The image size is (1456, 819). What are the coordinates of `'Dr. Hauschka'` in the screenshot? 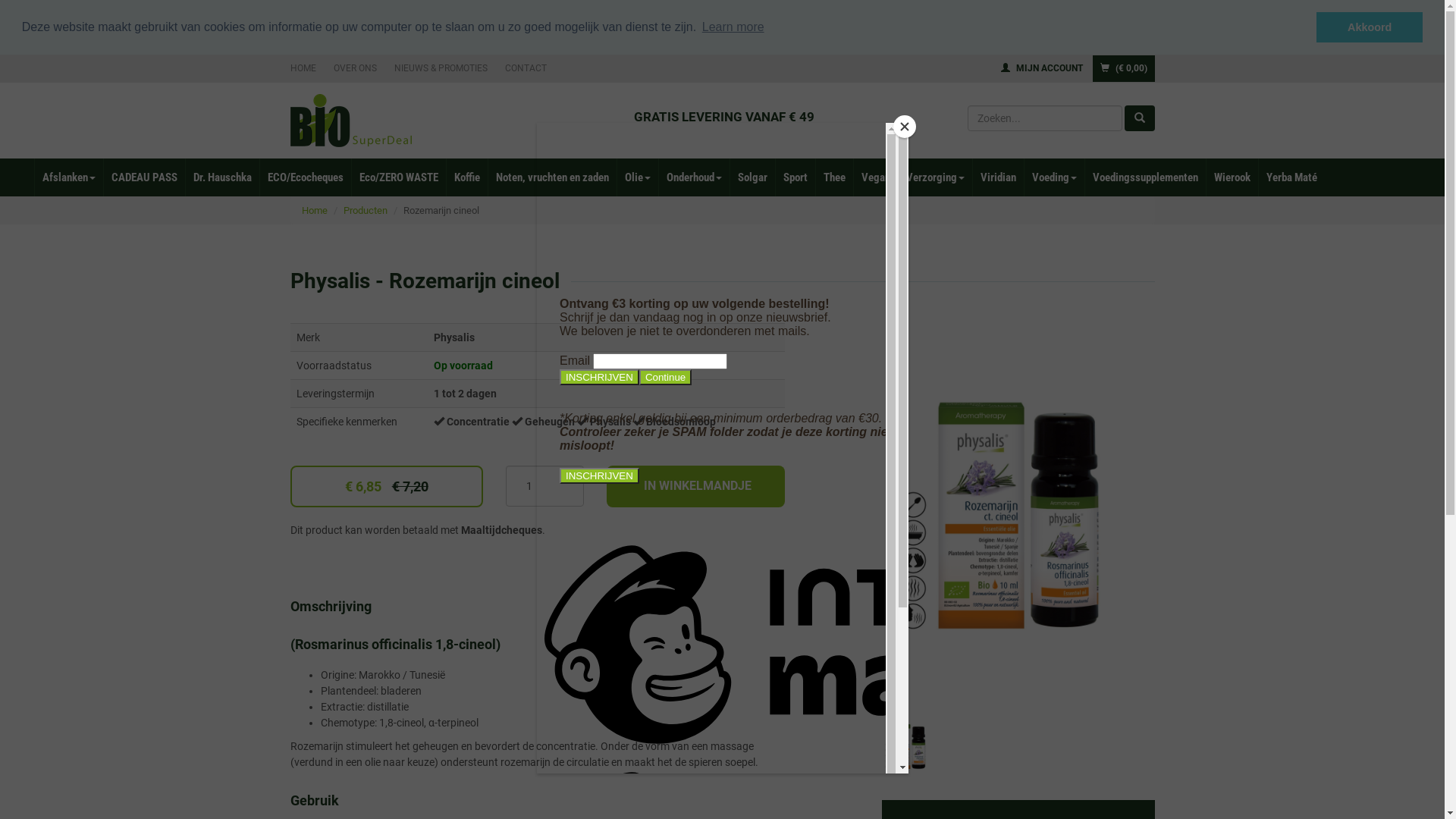 It's located at (184, 175).